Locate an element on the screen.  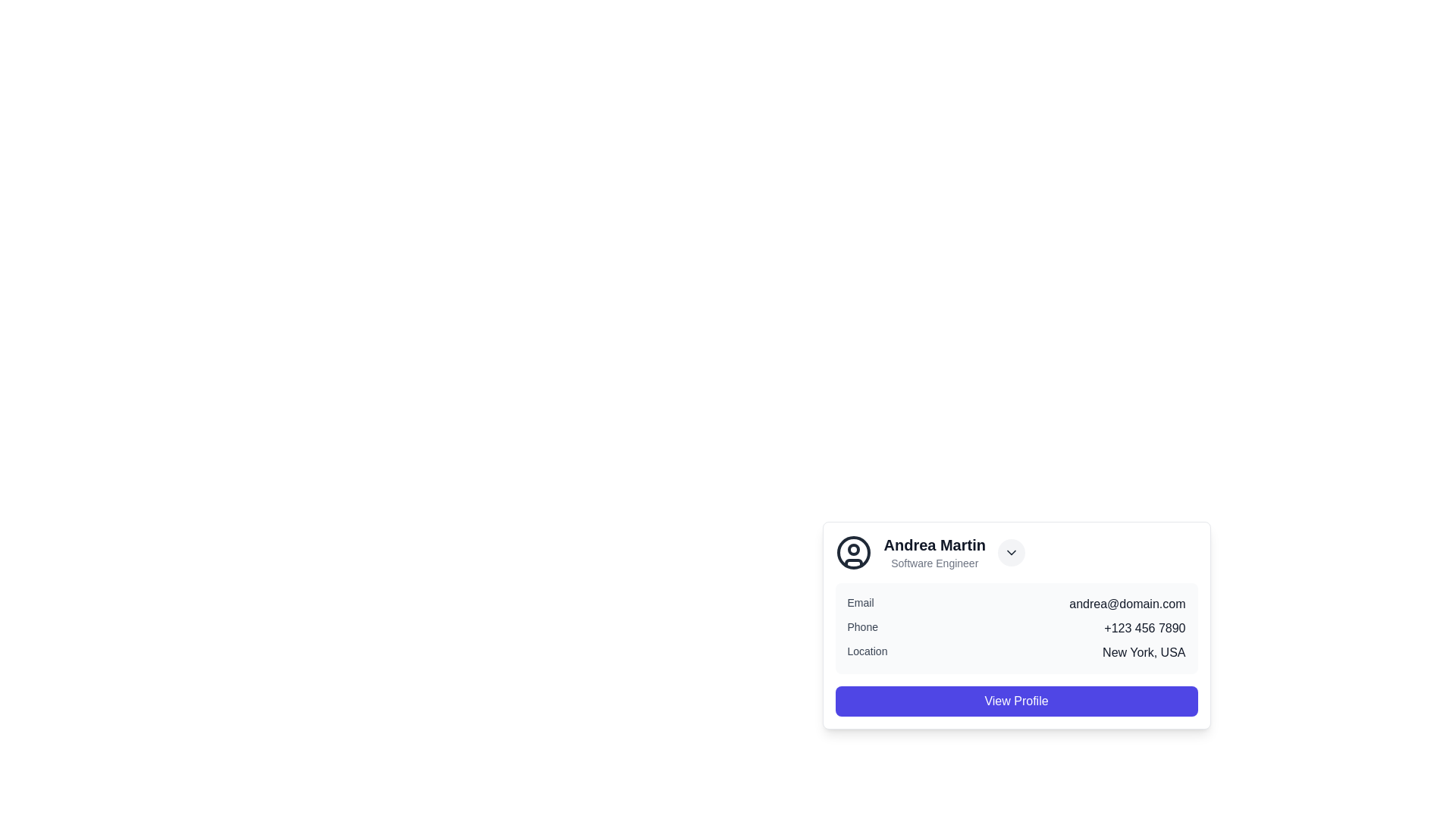
the dropdown toggle button is located at coordinates (1012, 553).